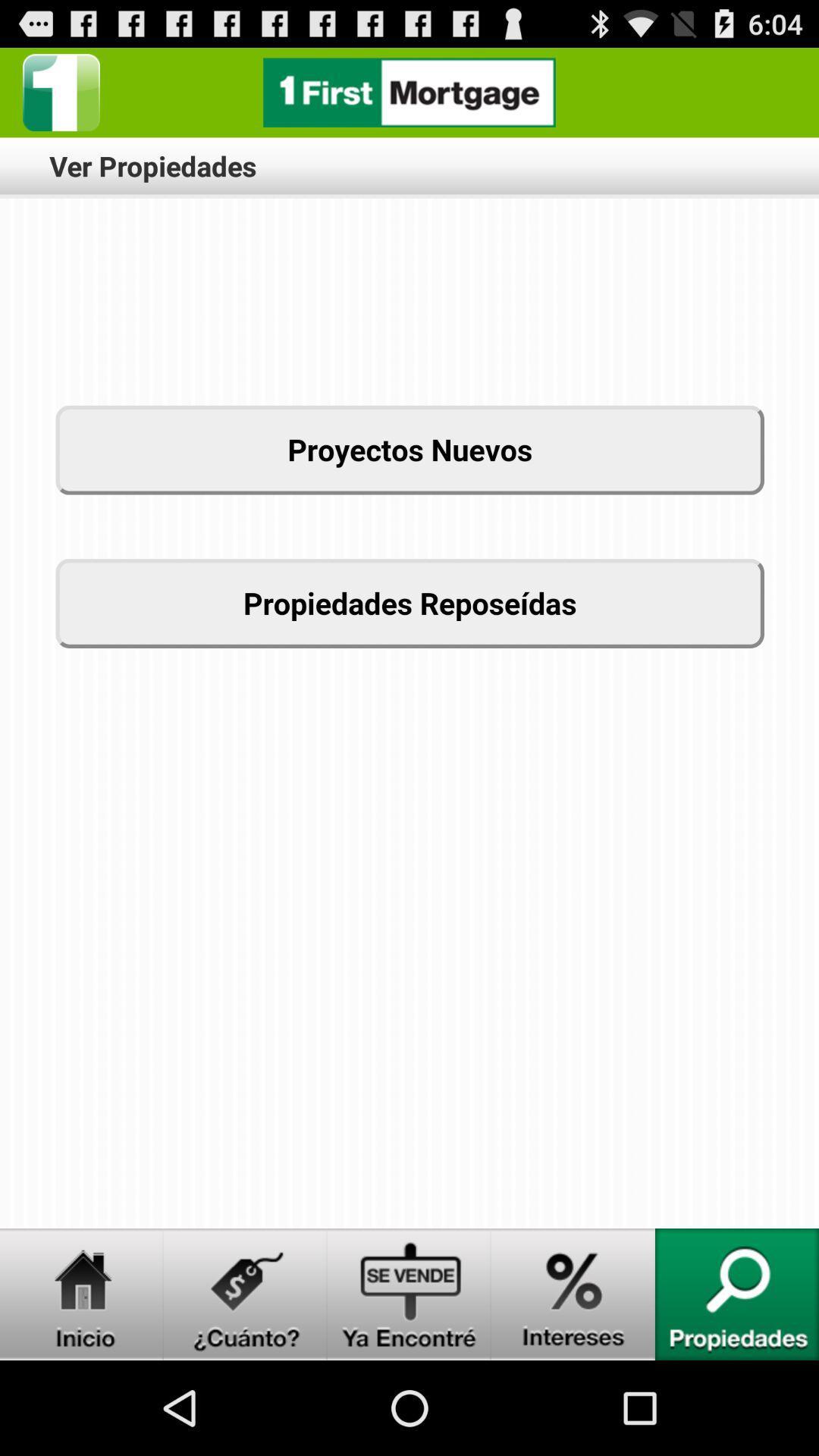  What do you see at coordinates (736, 1385) in the screenshot?
I see `the search icon` at bounding box center [736, 1385].